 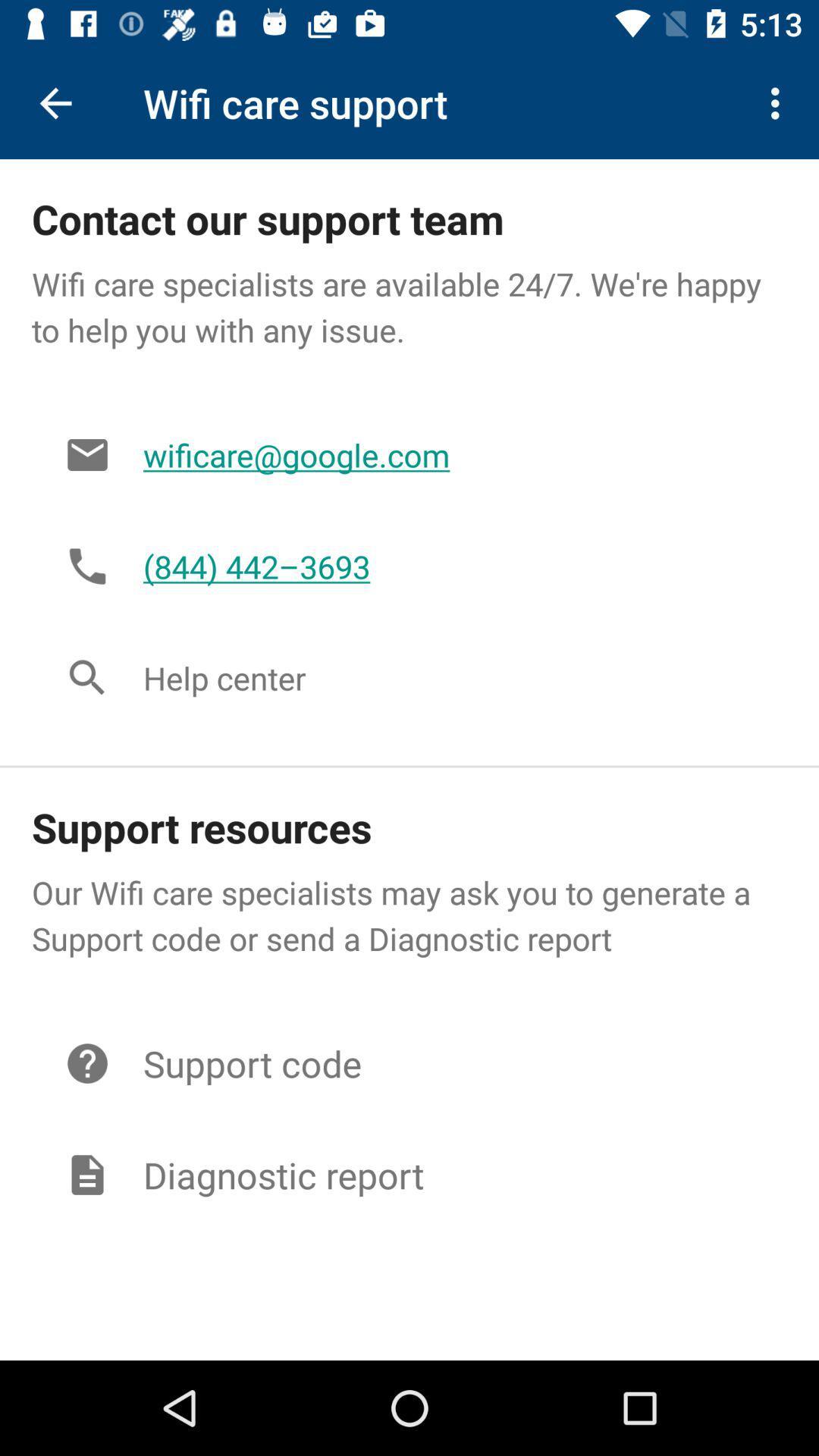 What do you see at coordinates (448, 454) in the screenshot?
I see `the item below the wifi care specialists` at bounding box center [448, 454].